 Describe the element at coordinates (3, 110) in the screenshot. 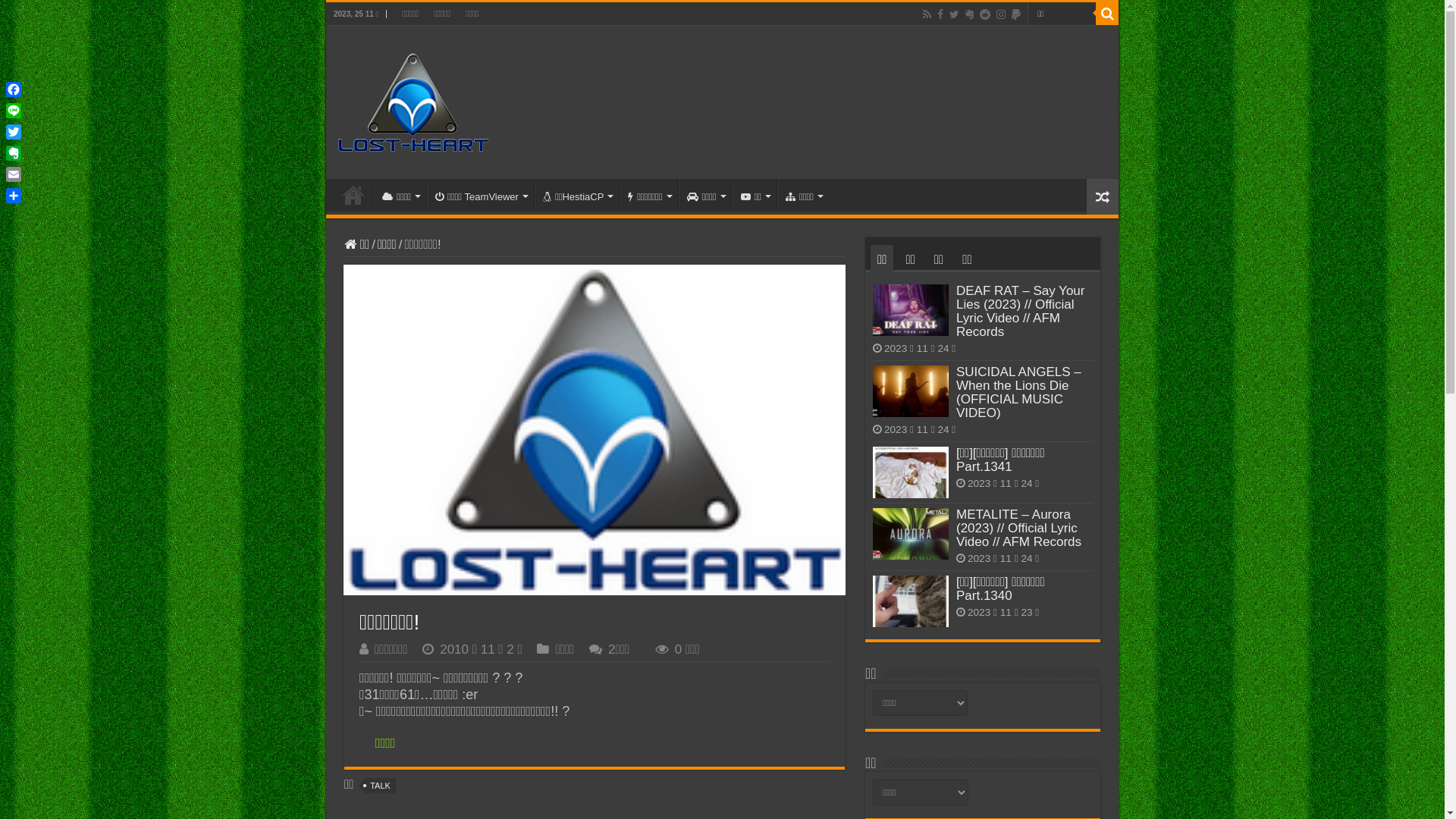

I see `'Line'` at that location.